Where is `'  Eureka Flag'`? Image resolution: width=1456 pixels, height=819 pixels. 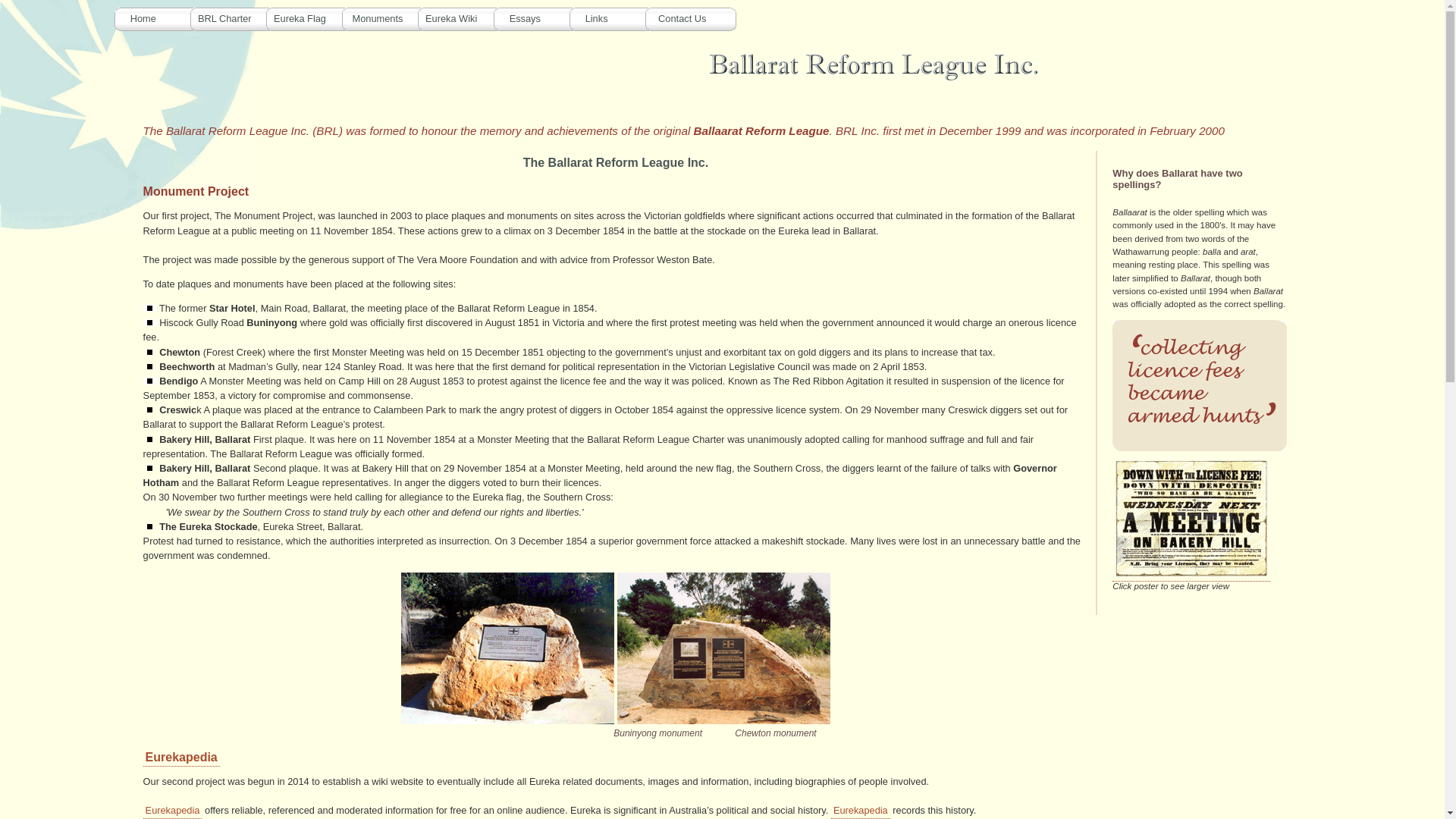 '  Eureka Flag' is located at coordinates (311, 17).